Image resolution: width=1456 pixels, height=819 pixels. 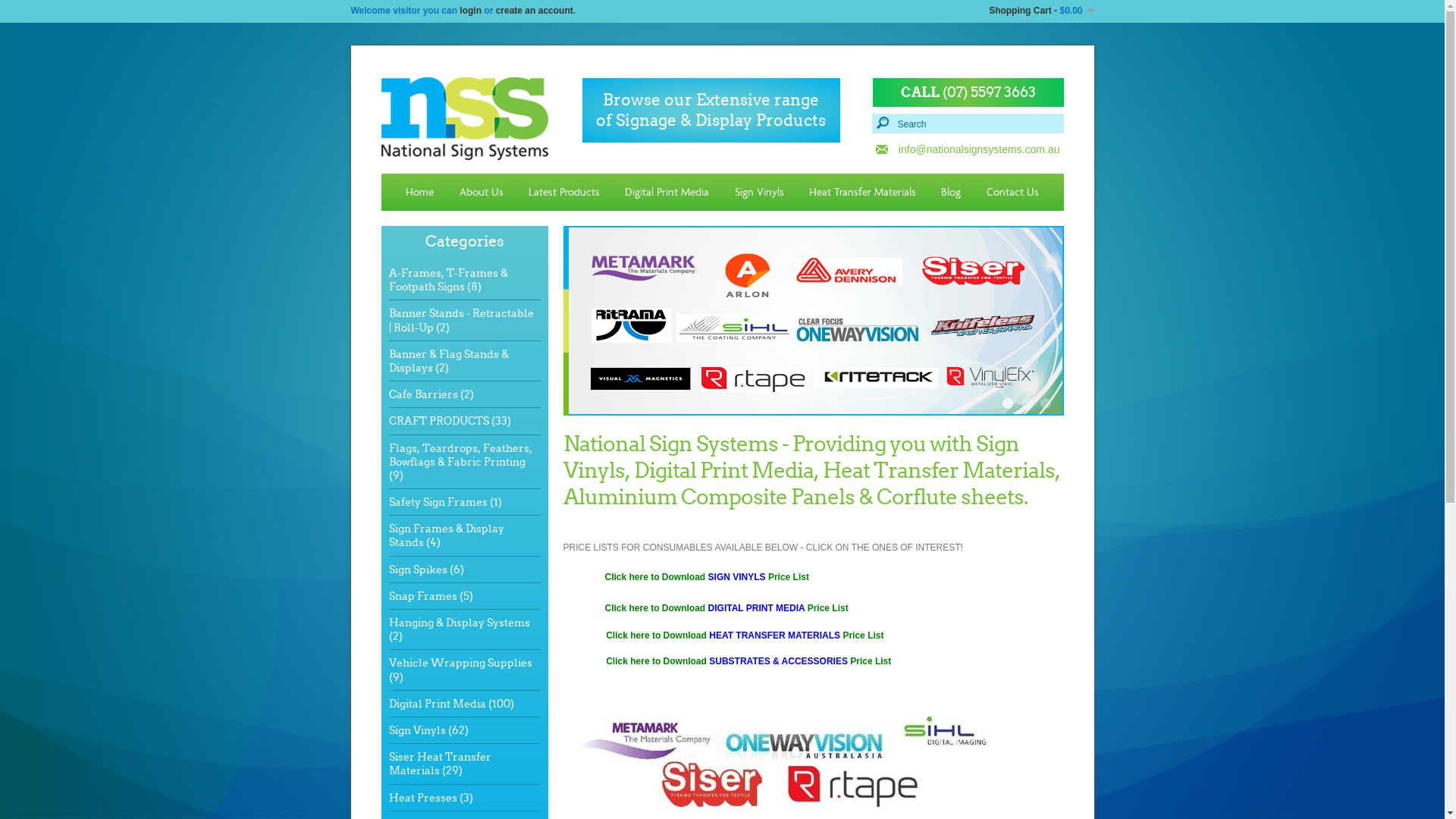 I want to click on 'Sign Spikes (6)', so click(x=425, y=570).